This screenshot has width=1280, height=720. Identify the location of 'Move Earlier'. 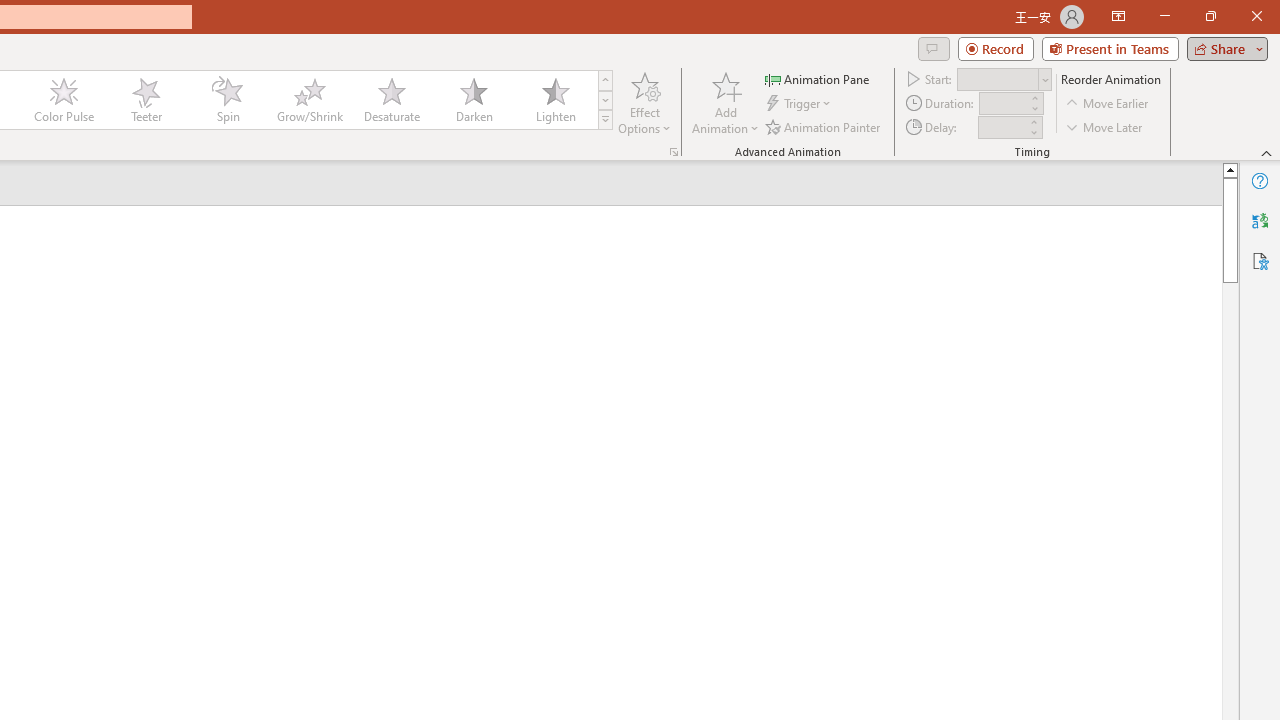
(1106, 103).